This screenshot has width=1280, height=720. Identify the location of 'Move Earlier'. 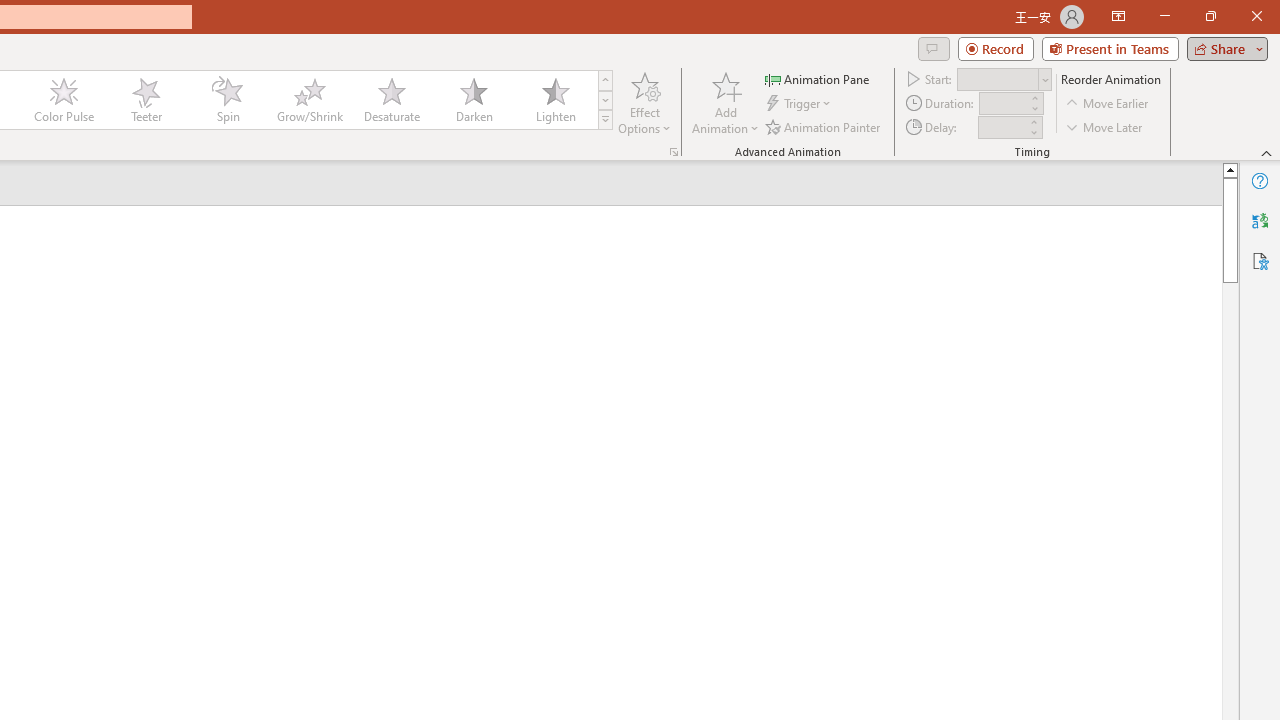
(1106, 103).